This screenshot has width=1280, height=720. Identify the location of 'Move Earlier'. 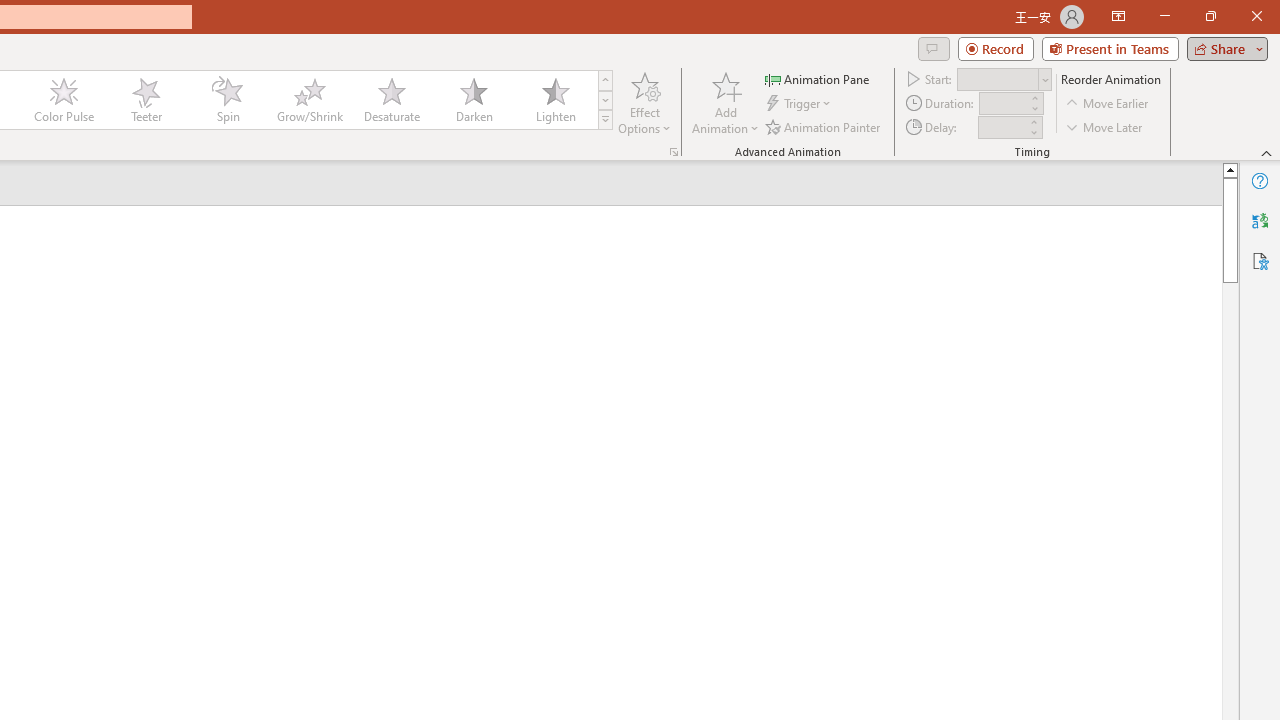
(1106, 103).